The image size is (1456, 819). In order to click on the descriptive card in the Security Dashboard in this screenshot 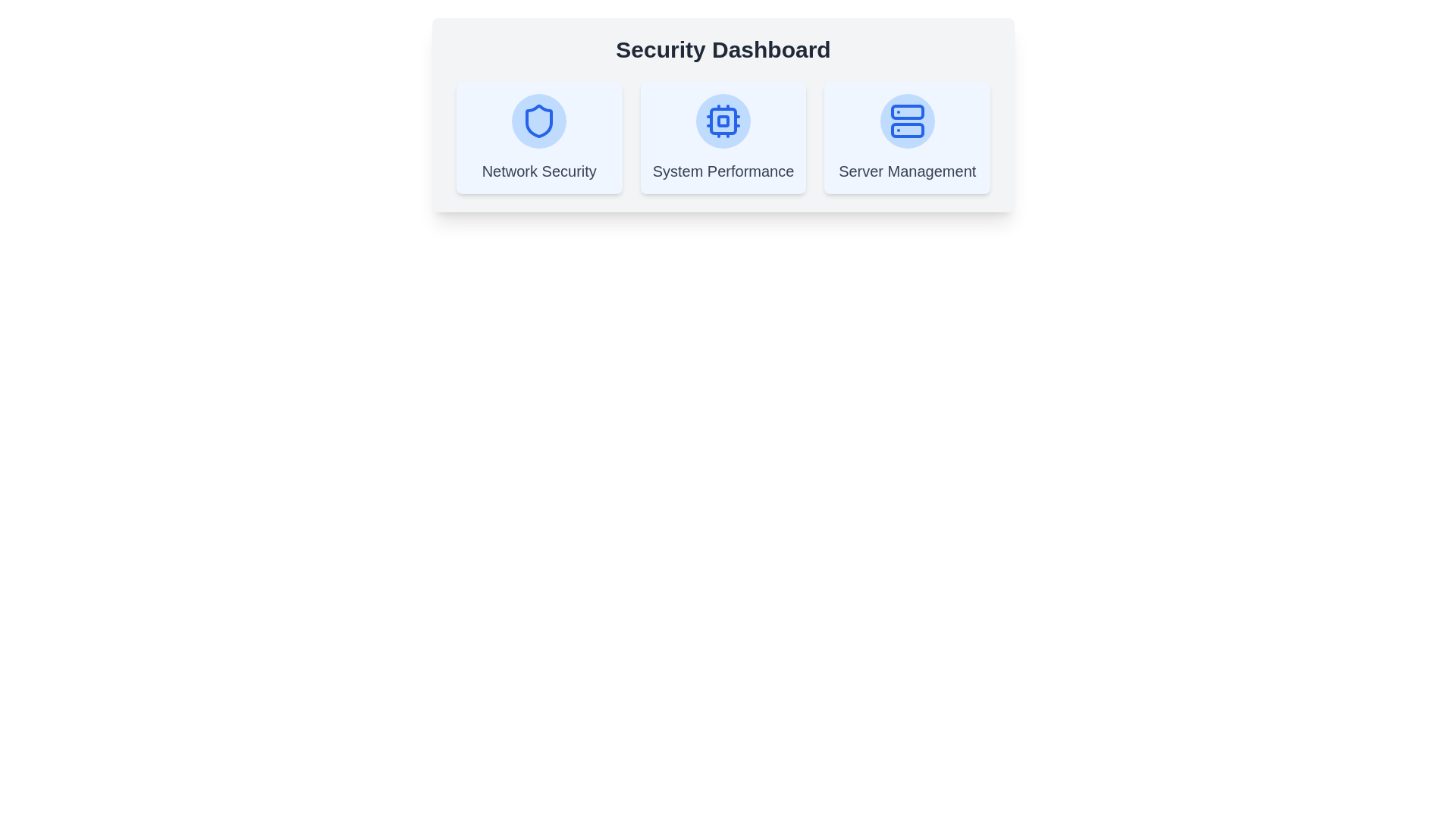, I will do `click(723, 137)`.